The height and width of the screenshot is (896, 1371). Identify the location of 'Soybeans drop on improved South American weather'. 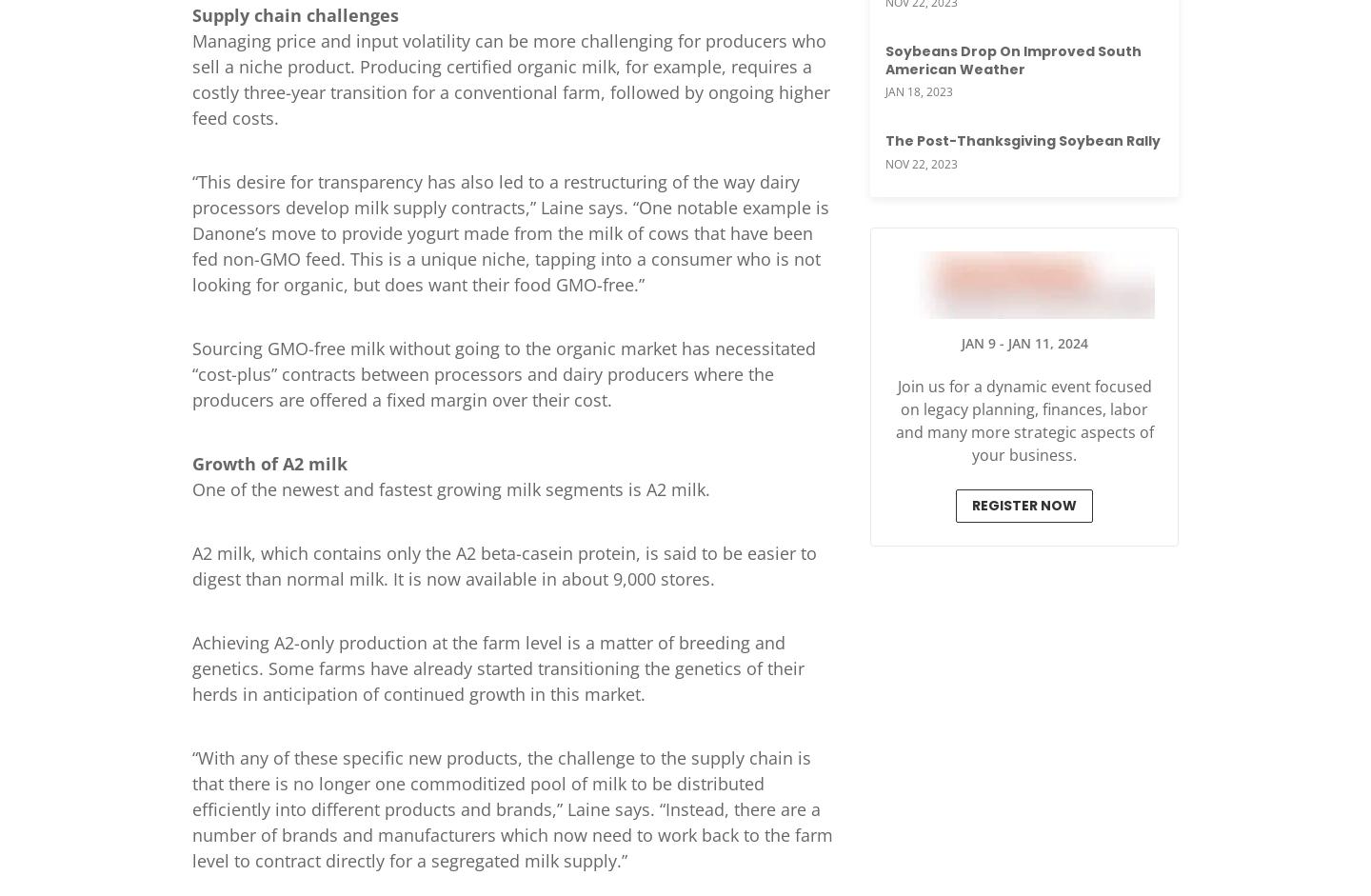
(884, 59).